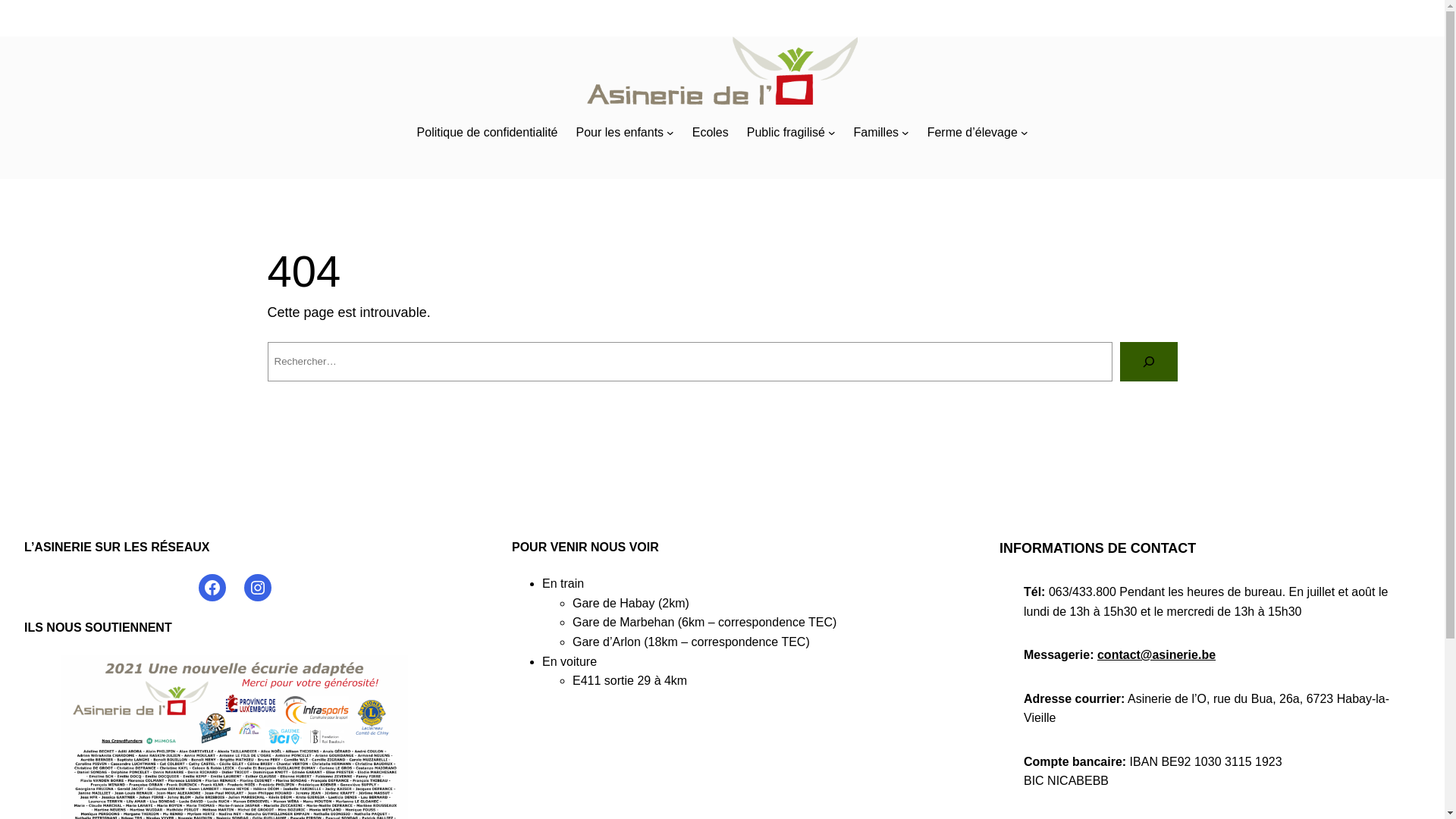 This screenshot has width=1456, height=819. What do you see at coordinates (211, 587) in the screenshot?
I see `'Facebook'` at bounding box center [211, 587].